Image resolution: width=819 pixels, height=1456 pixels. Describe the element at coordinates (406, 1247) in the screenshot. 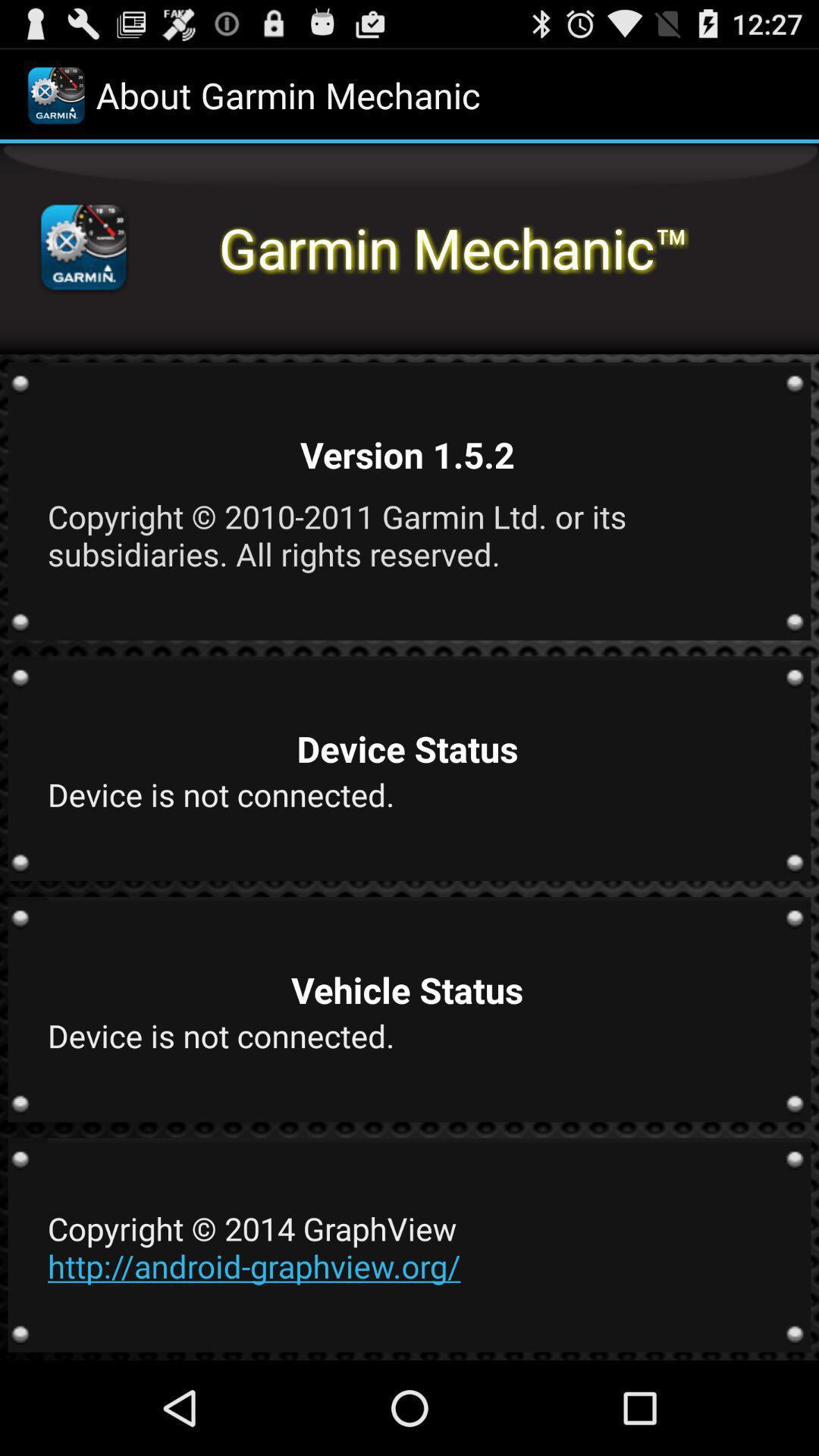

I see `the copyright 2014 graphview` at that location.